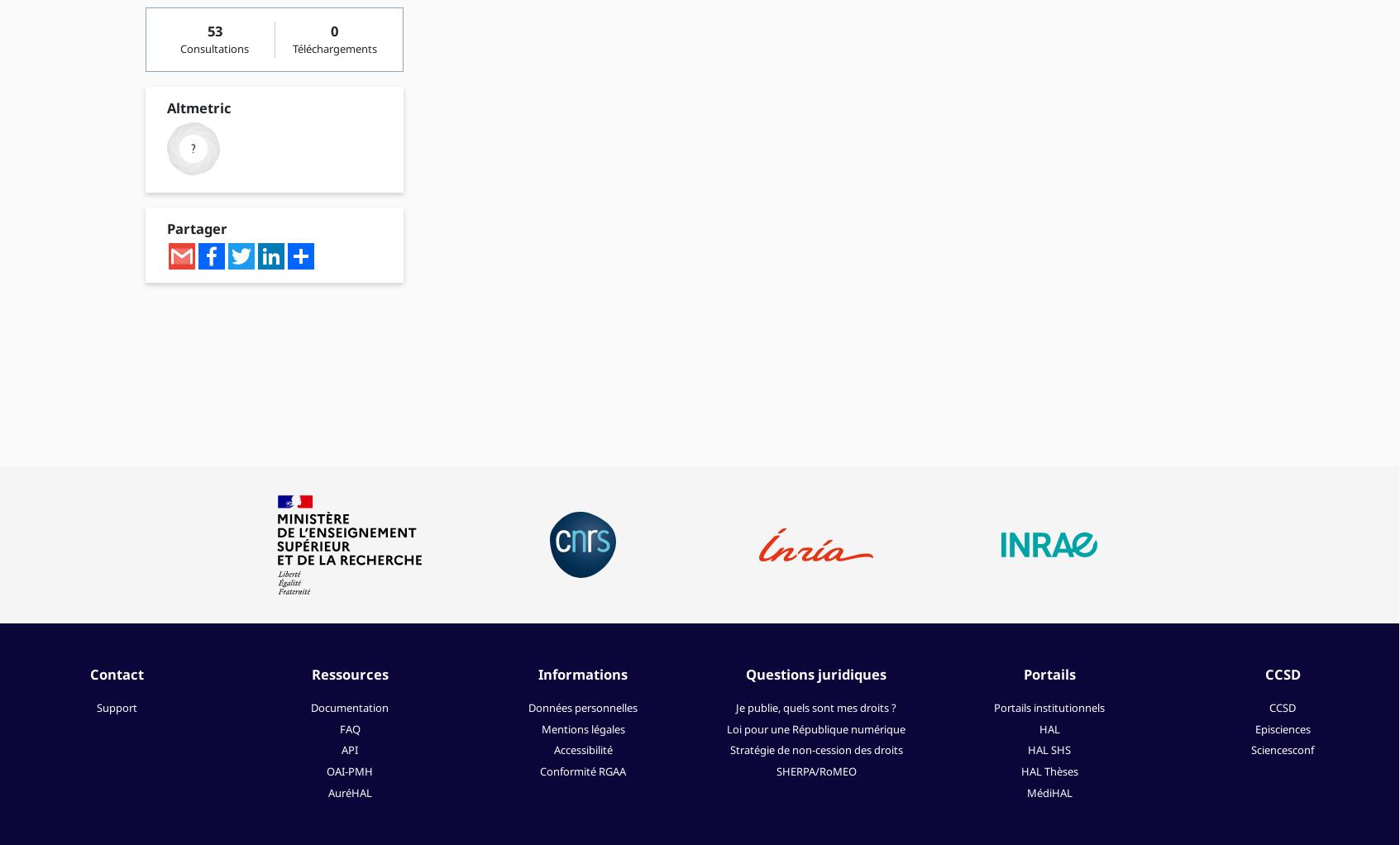 Image resolution: width=1400 pixels, height=845 pixels. I want to click on 'Accessibilité', so click(552, 749).